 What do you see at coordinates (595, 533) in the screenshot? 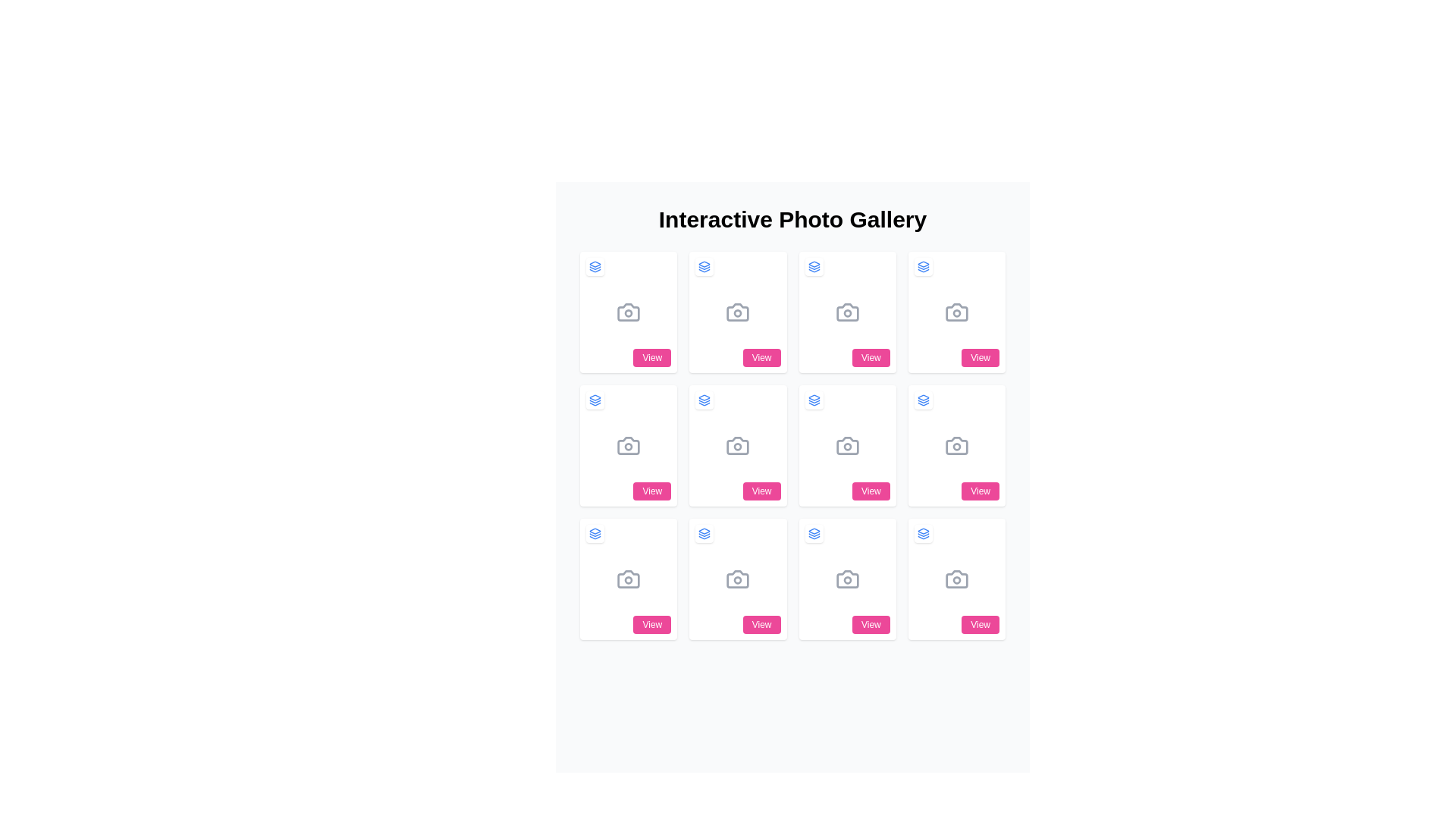
I see `the icon located at the top-left corner inside the card in the leftmost column and bottom row of the grid` at bounding box center [595, 533].